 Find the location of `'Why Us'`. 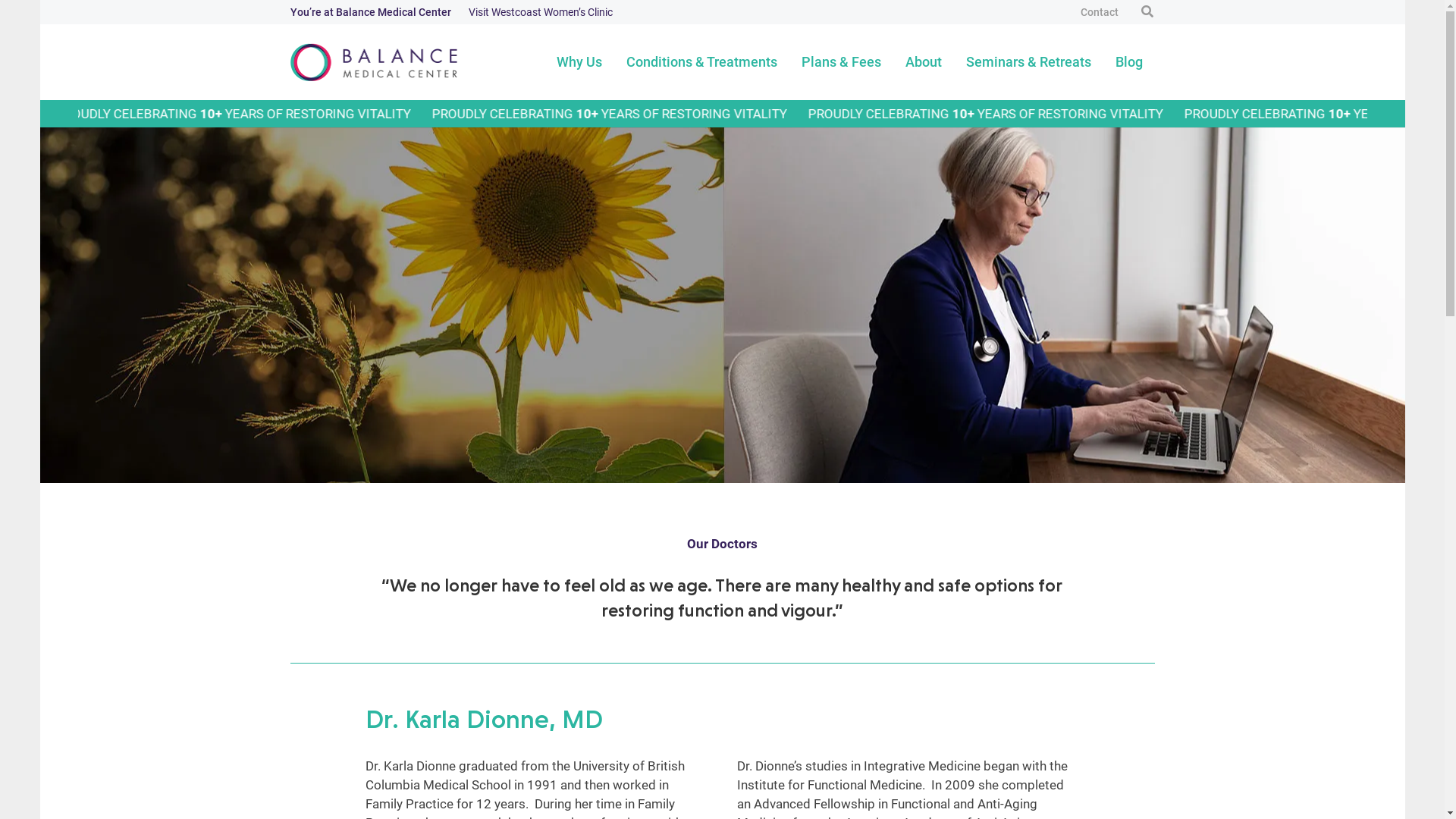

'Why Us' is located at coordinates (578, 61).